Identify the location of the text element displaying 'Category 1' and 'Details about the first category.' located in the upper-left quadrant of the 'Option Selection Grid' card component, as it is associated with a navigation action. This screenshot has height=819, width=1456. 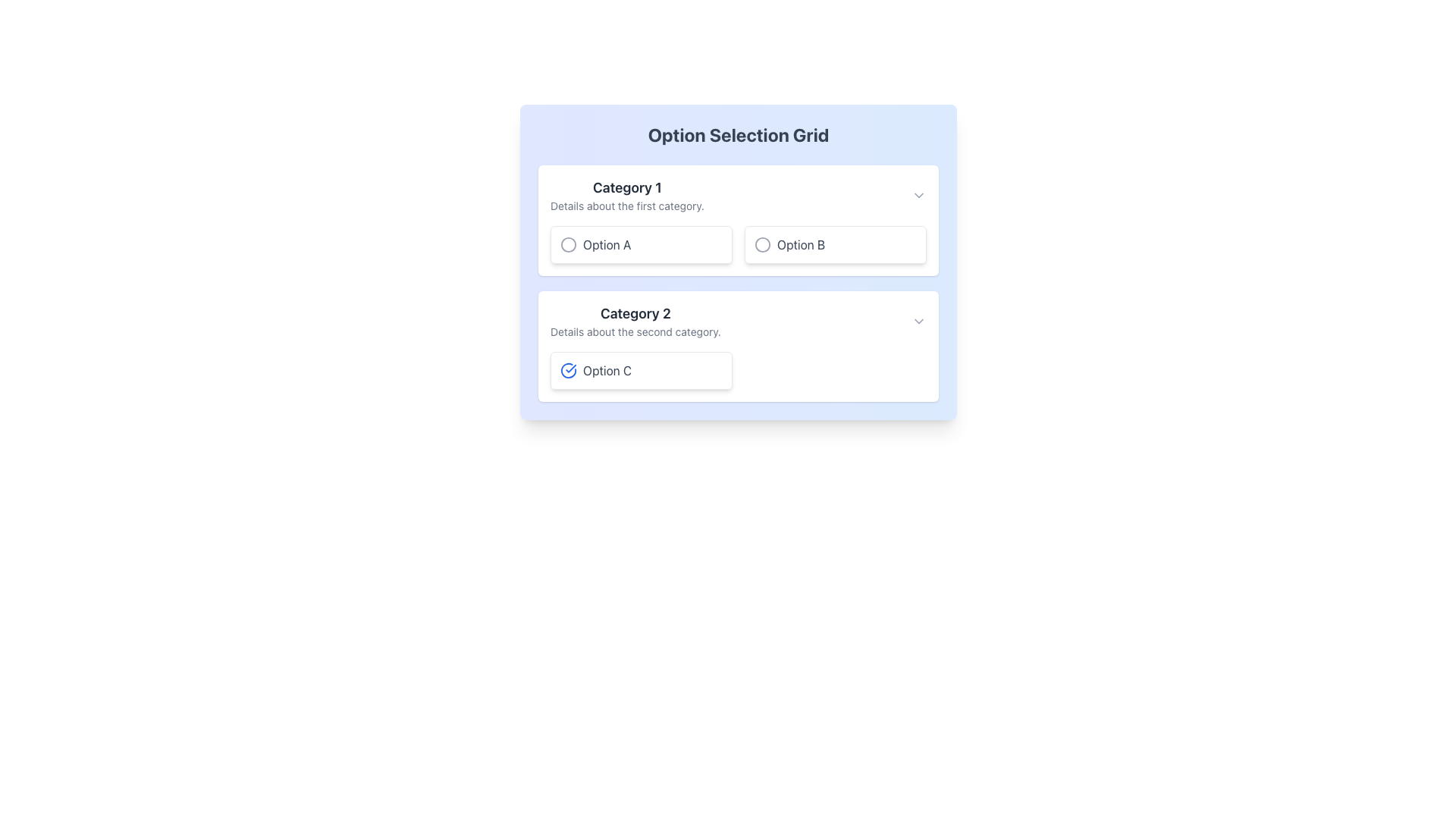
(627, 195).